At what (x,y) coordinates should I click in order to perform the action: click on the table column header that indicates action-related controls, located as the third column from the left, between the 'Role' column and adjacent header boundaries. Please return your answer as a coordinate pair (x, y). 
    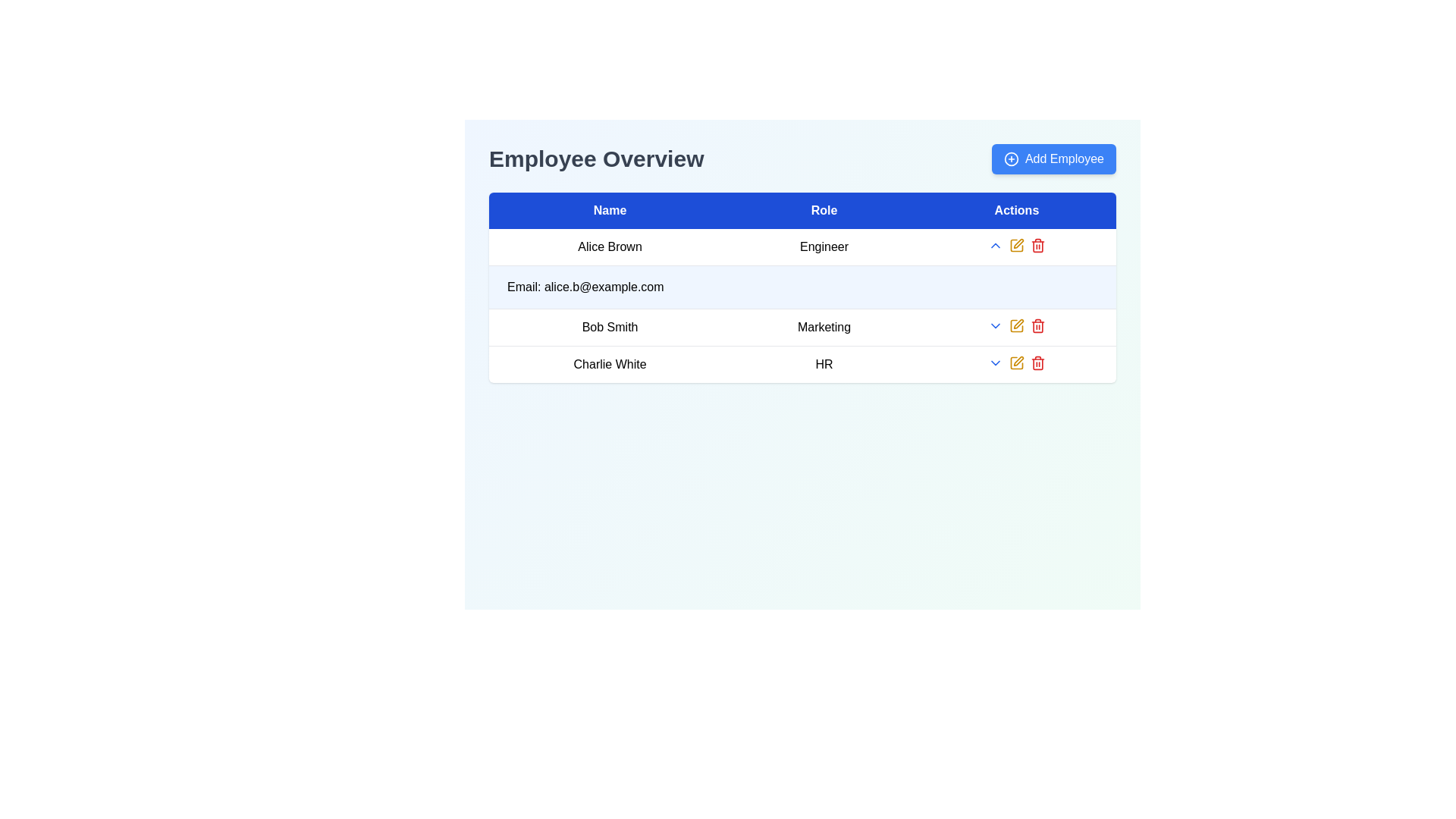
    Looking at the image, I should click on (1016, 210).